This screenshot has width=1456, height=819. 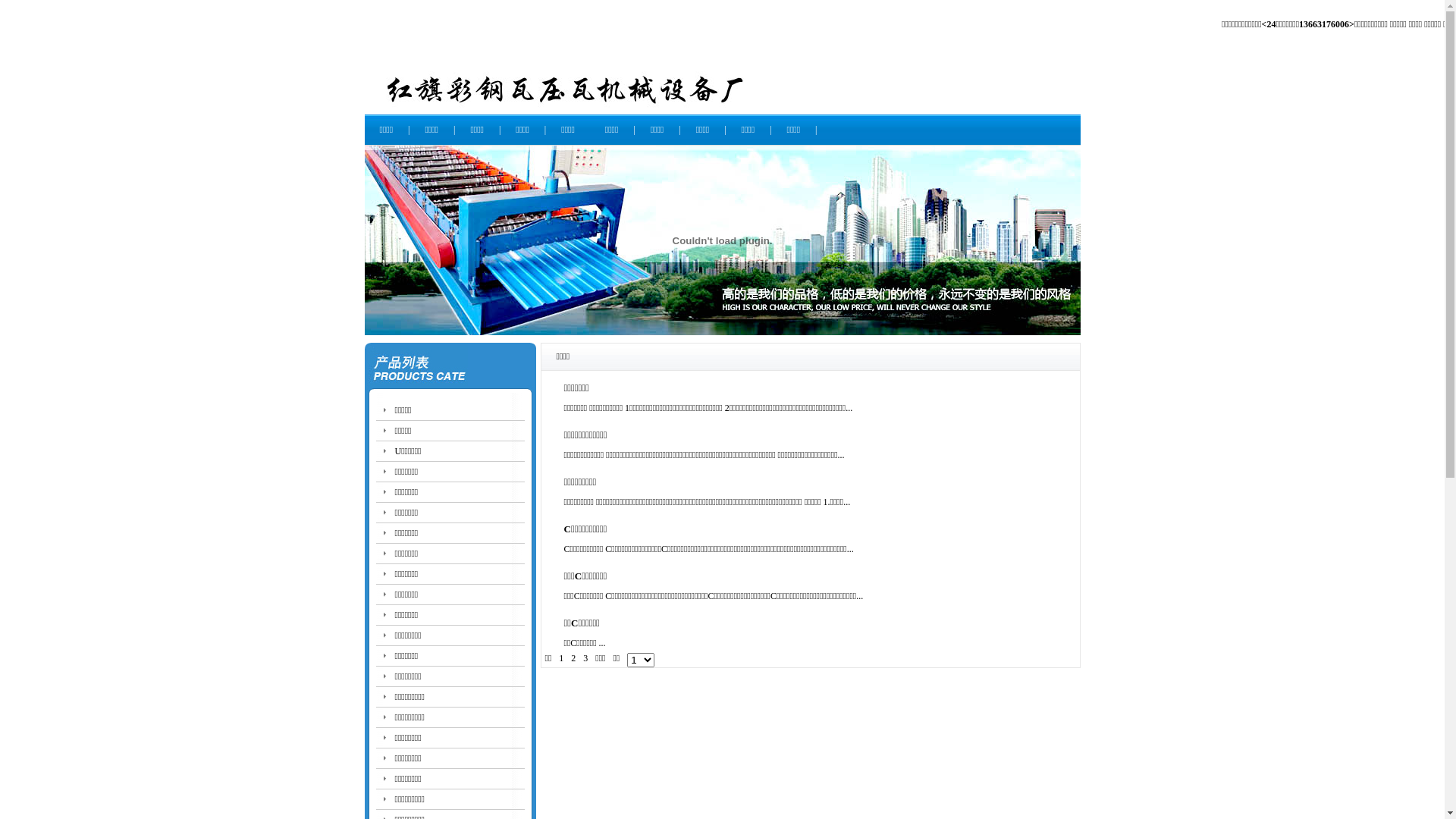 I want to click on '3', so click(x=585, y=657).